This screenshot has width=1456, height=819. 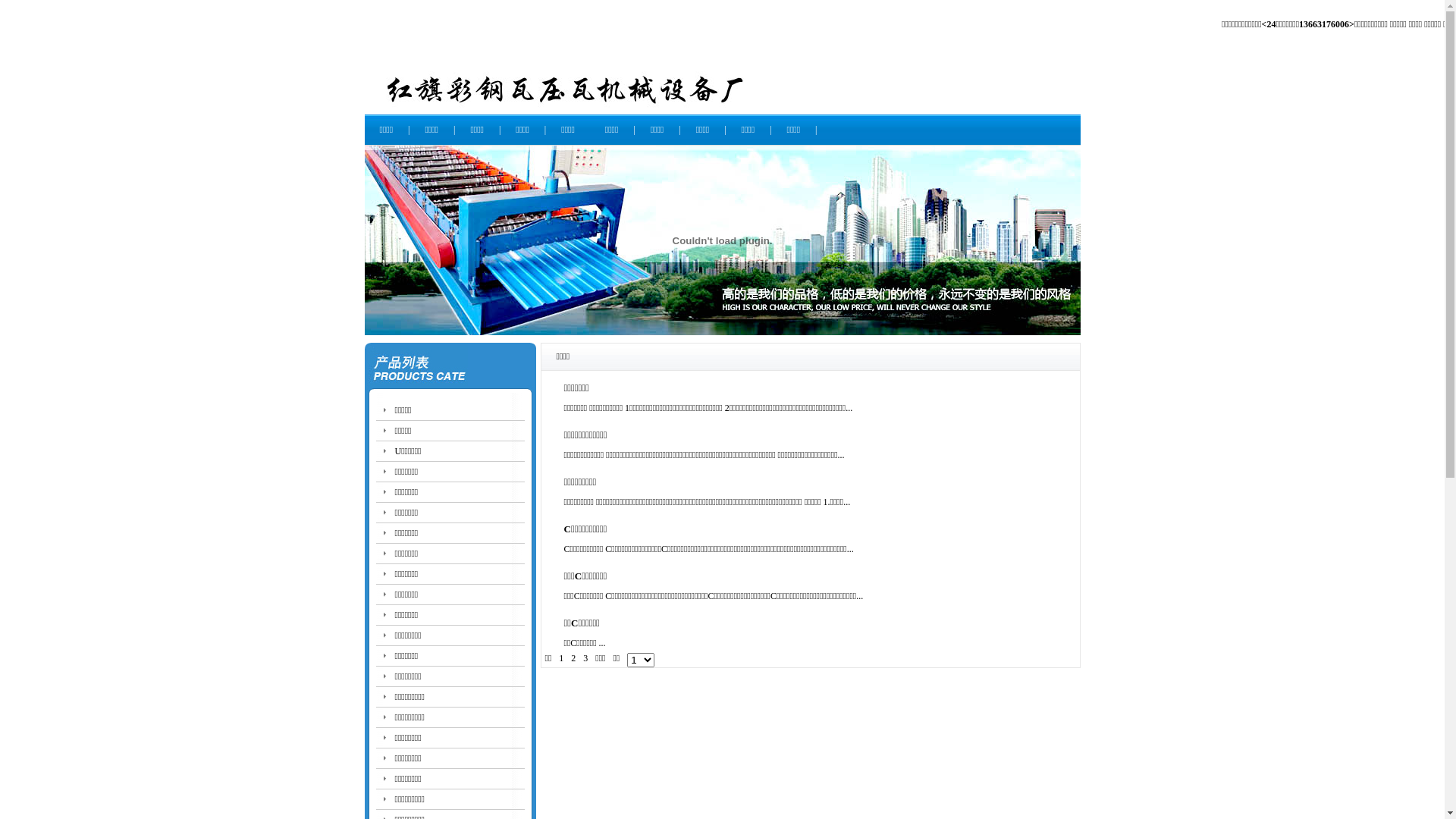 I want to click on '3', so click(x=585, y=657).